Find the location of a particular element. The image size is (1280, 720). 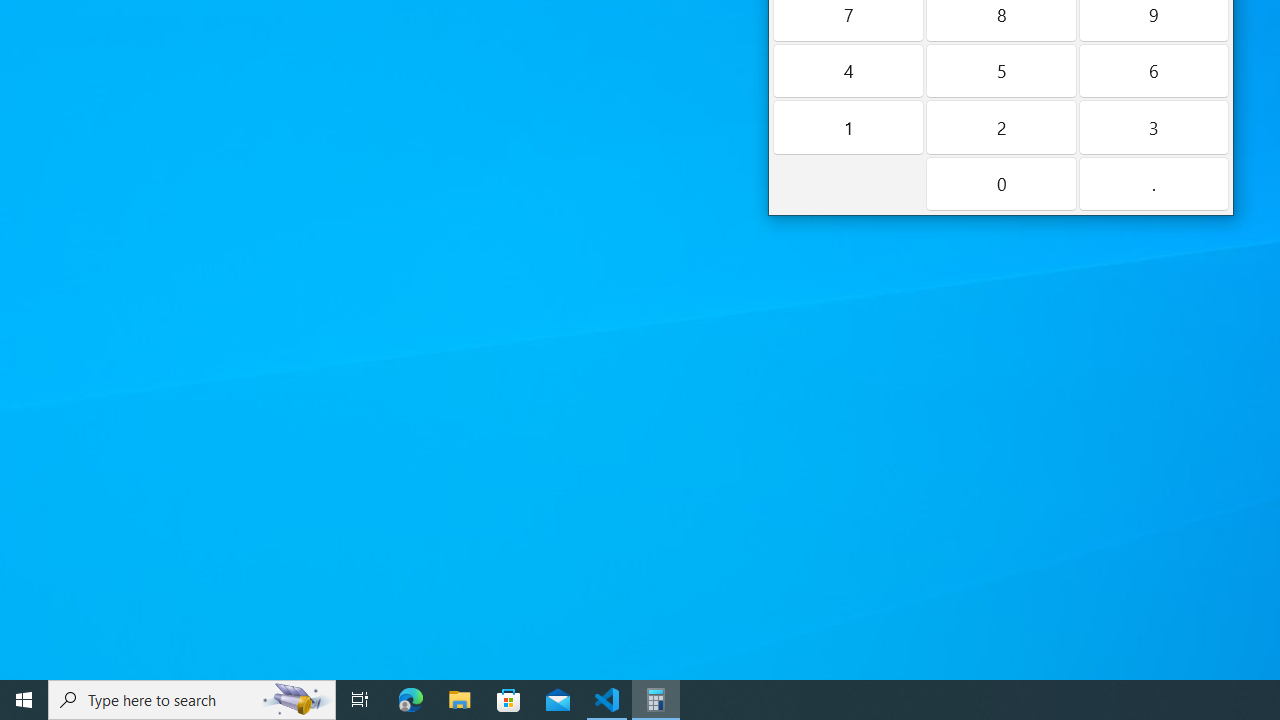

'Zero' is located at coordinates (1000, 183).